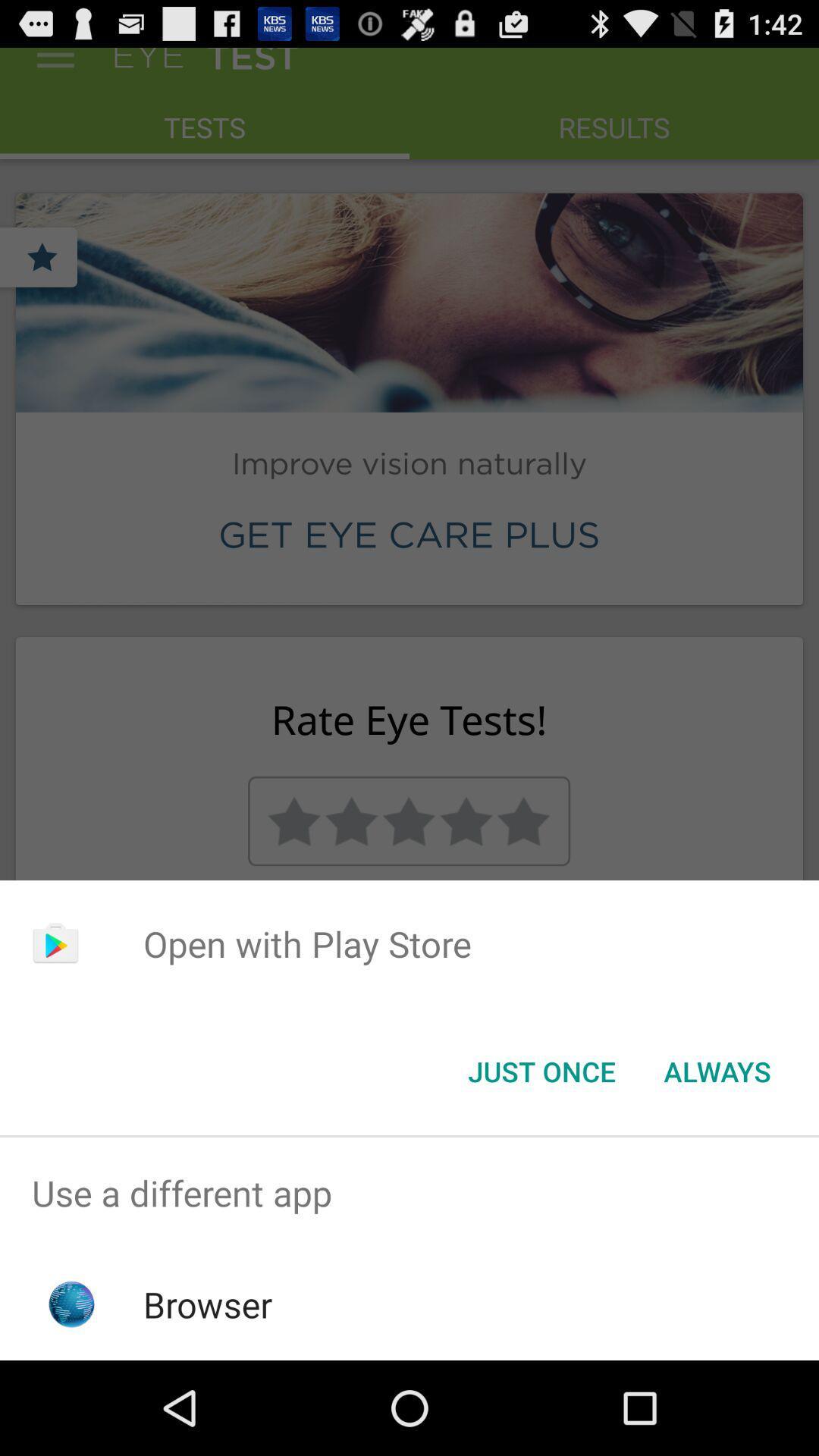 This screenshot has width=819, height=1456. What do you see at coordinates (717, 1070) in the screenshot?
I see `the always item` at bounding box center [717, 1070].